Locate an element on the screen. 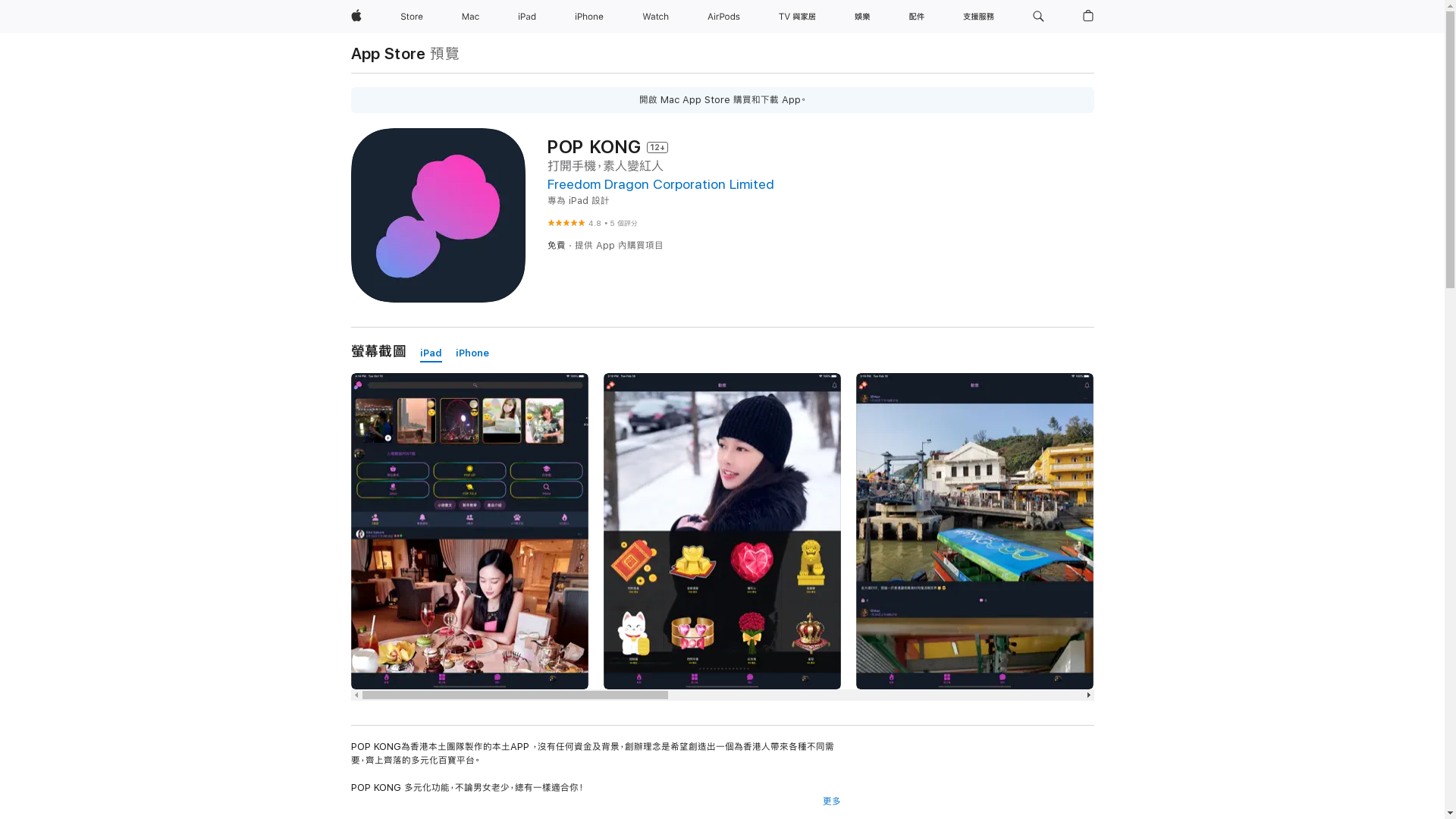 Image resolution: width=1456 pixels, height=819 pixels. 'iPad' is located at coordinates (527, 17).